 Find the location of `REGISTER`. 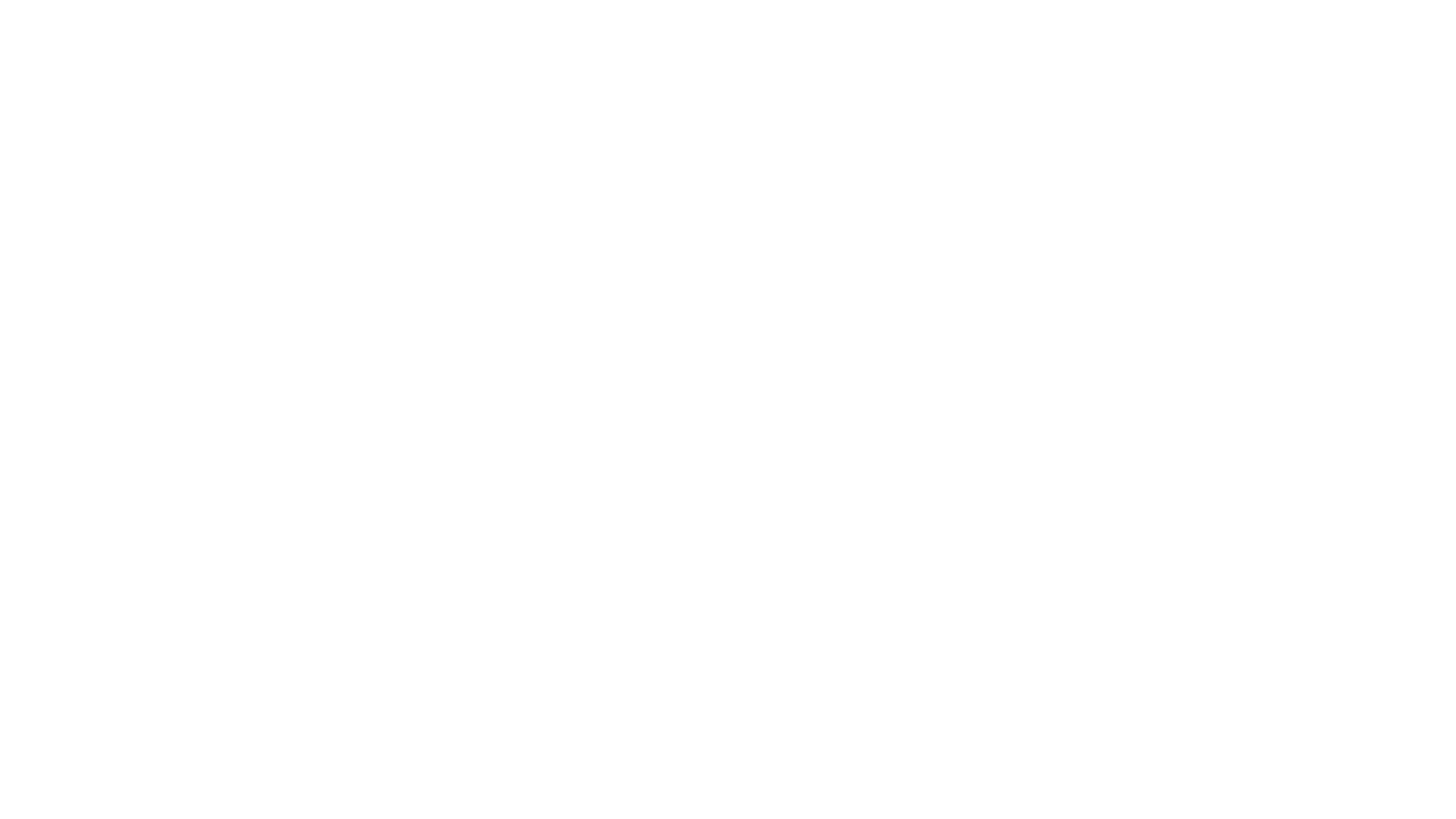

REGISTER is located at coordinates (407, 529).